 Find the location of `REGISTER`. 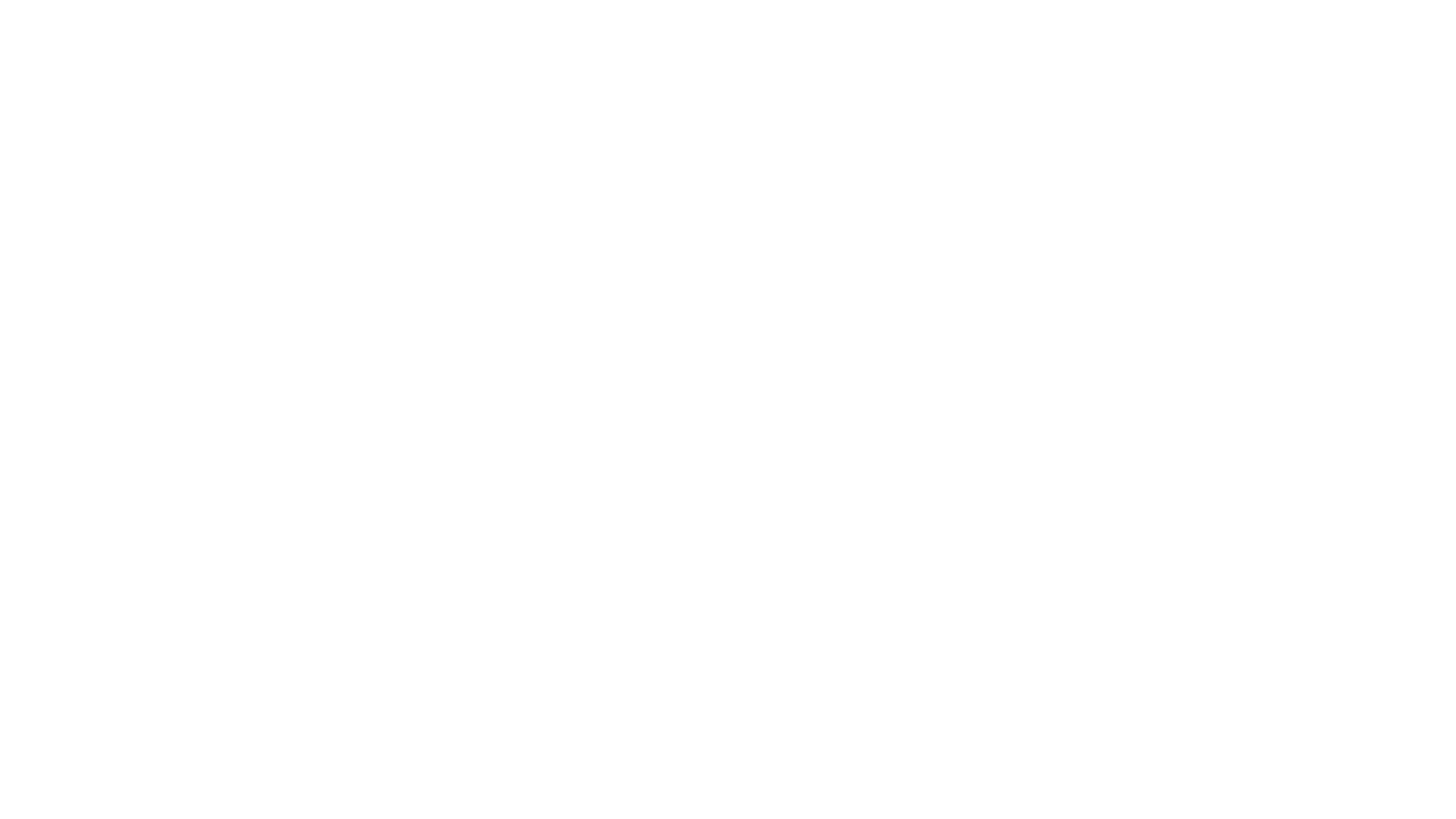

REGISTER is located at coordinates (407, 529).